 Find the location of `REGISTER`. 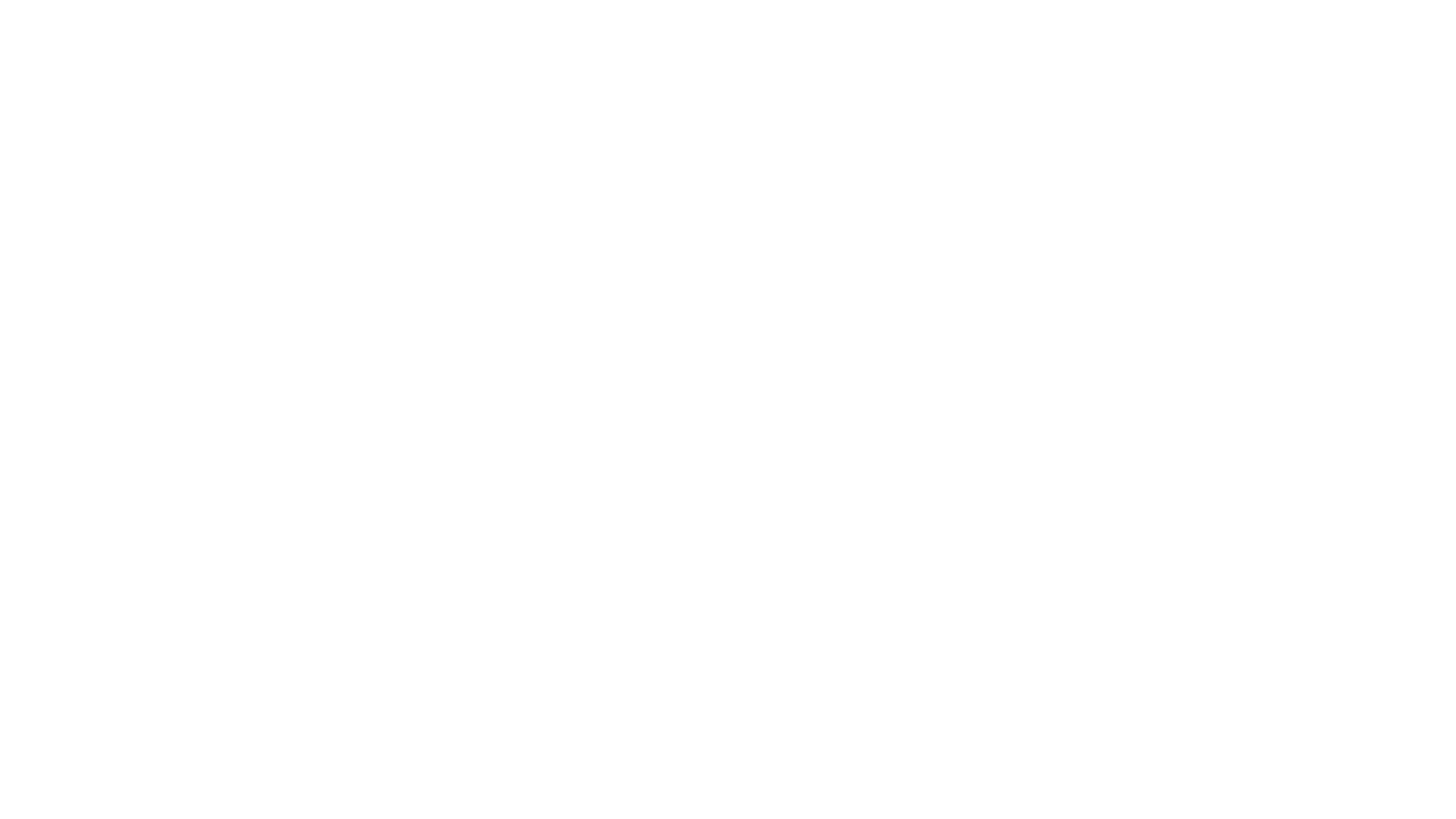

REGISTER is located at coordinates (407, 529).